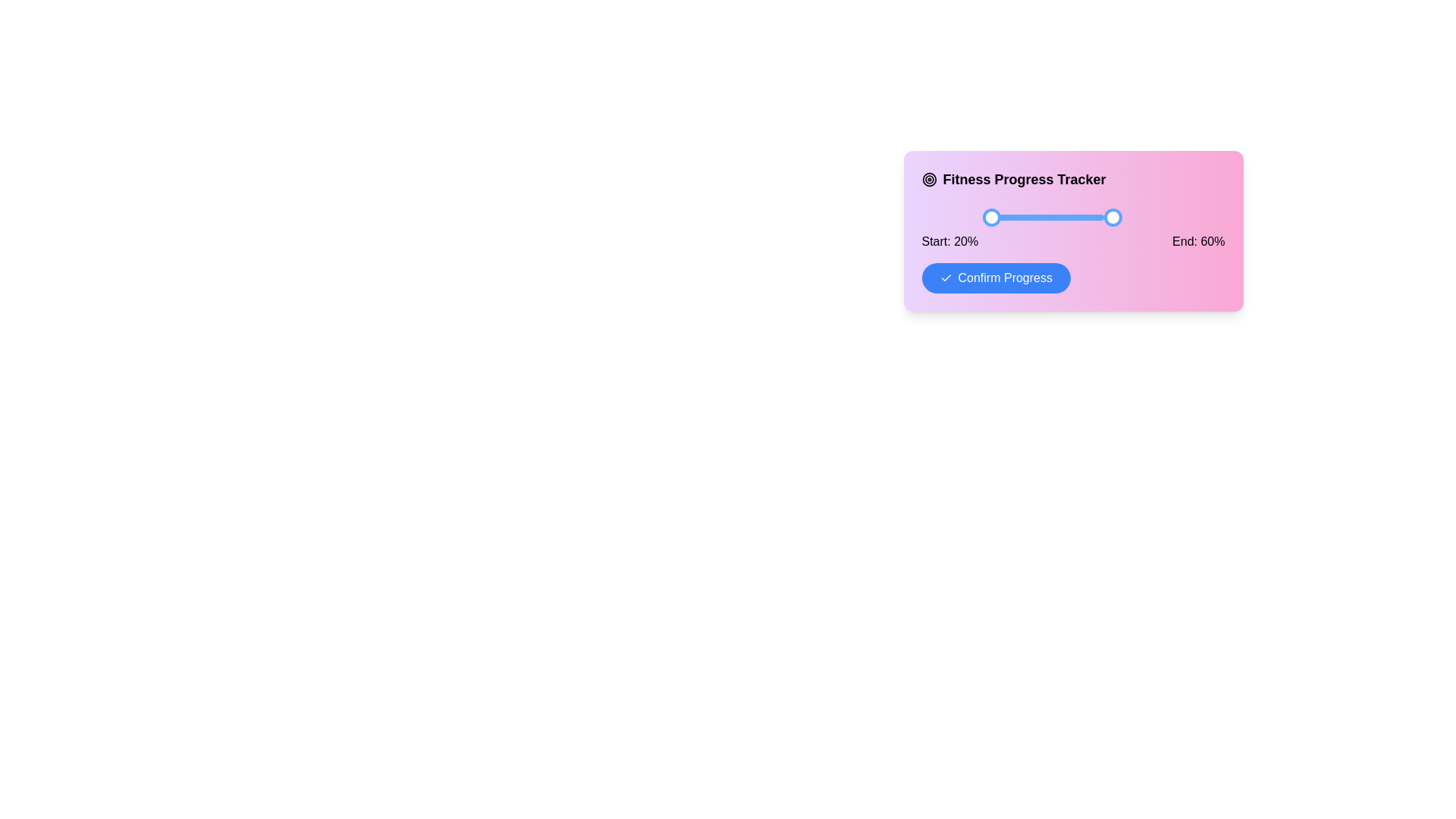 The width and height of the screenshot is (1456, 819). I want to click on the progress bar located centrally within the card, below the 'Fitness Progress Tracker' title, so click(1072, 208).